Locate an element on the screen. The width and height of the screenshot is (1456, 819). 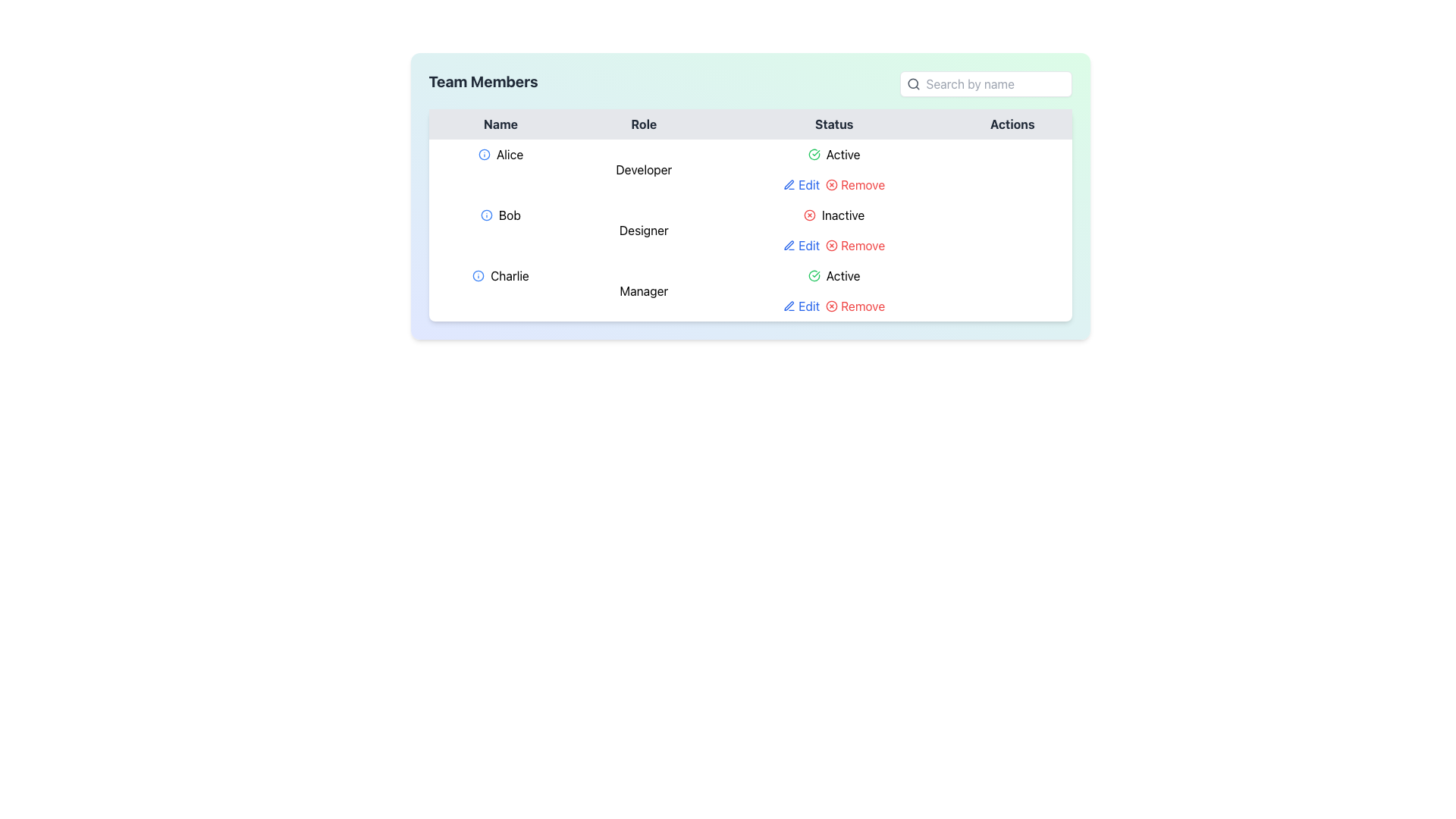
the static text indicating Charlie's role in the table, located in the third row under the 'Role' column is located at coordinates (644, 291).